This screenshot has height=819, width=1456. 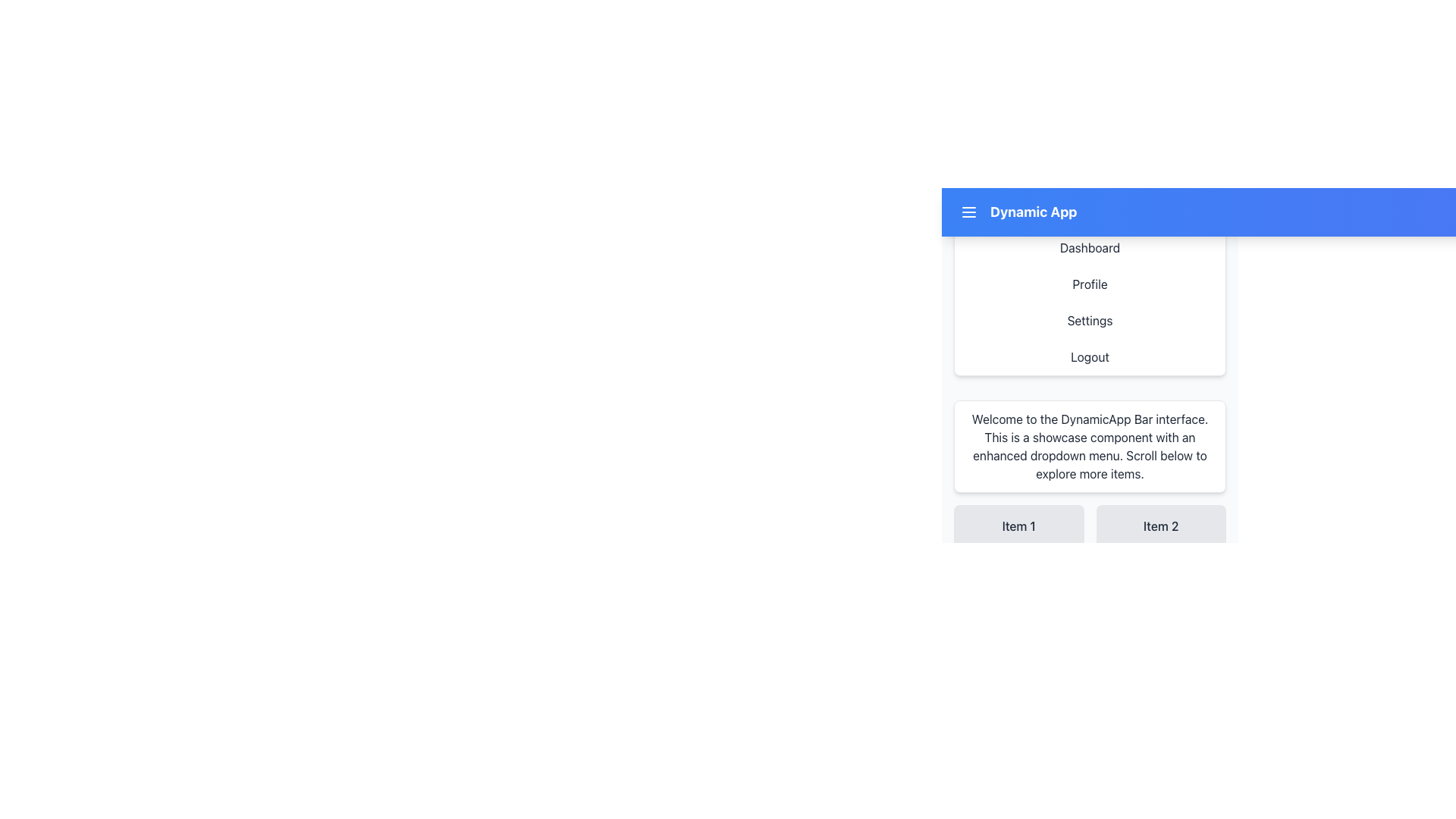 What do you see at coordinates (1089, 247) in the screenshot?
I see `the 'Dashboard' menu option, which is the topmost item in a dropdown menu located beneath the blue 'Dynamic App' navigation bar` at bounding box center [1089, 247].